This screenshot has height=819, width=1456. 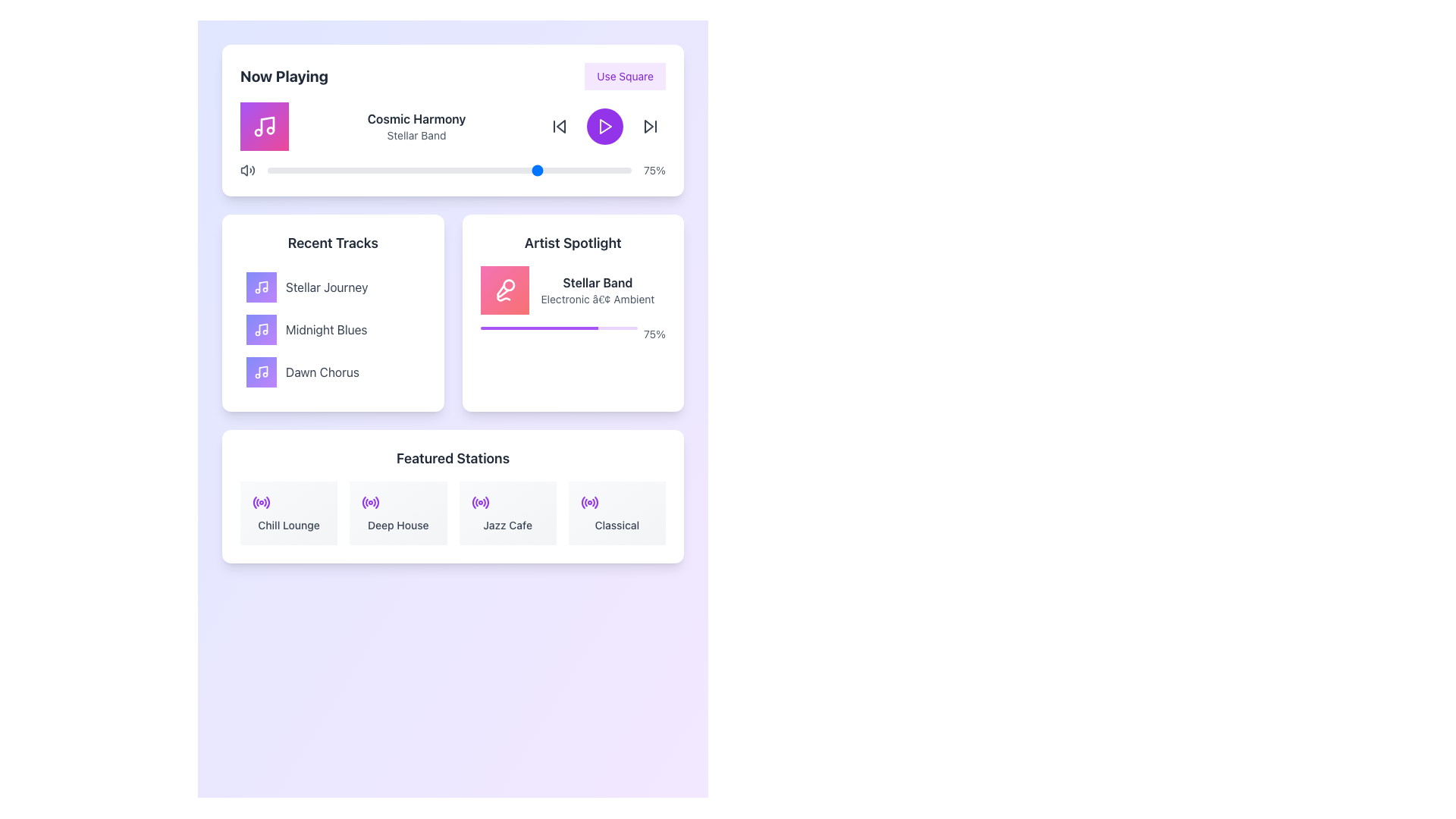 What do you see at coordinates (467, 170) in the screenshot?
I see `the slider` at bounding box center [467, 170].